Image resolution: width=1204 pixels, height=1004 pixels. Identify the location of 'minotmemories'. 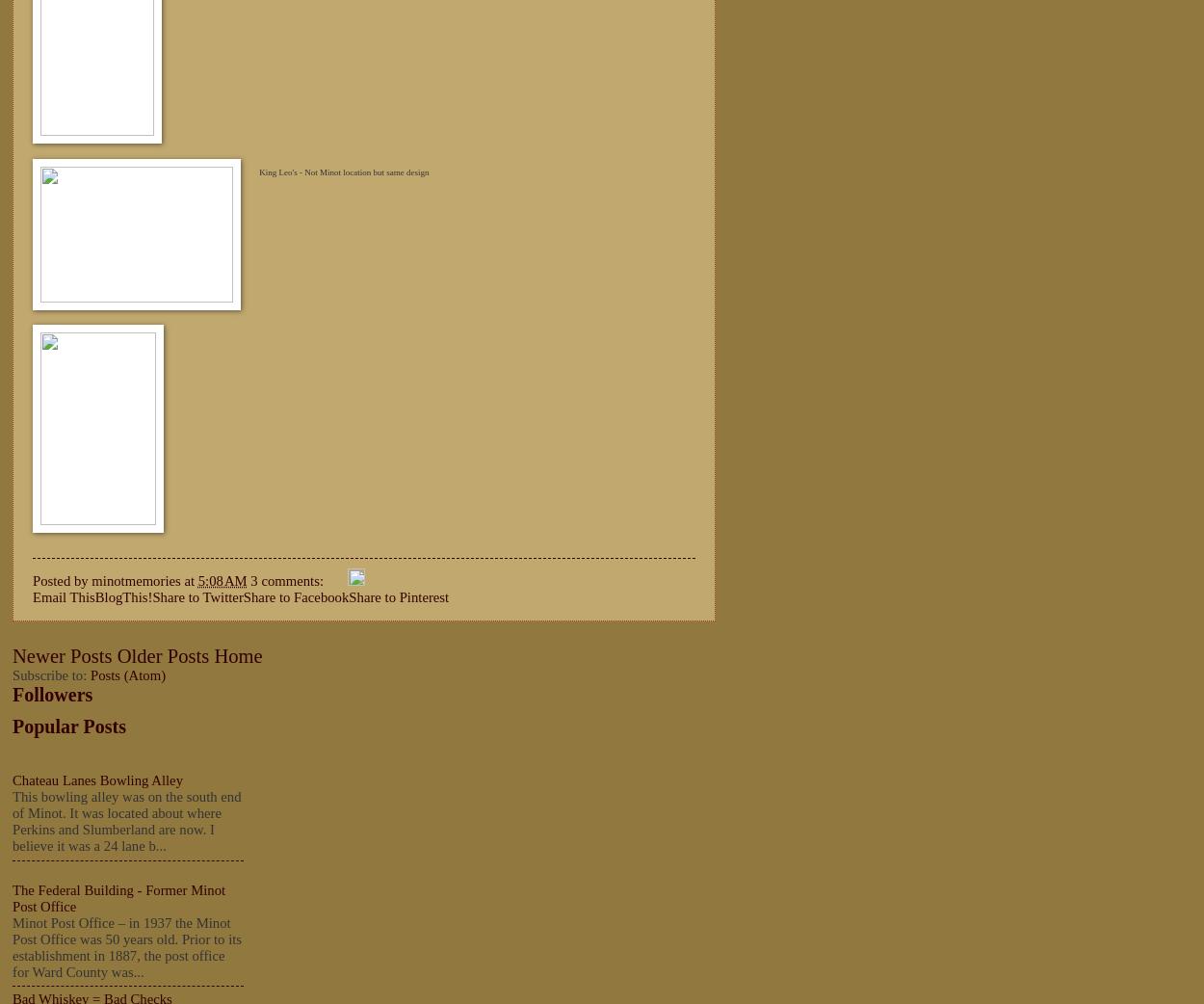
(91, 578).